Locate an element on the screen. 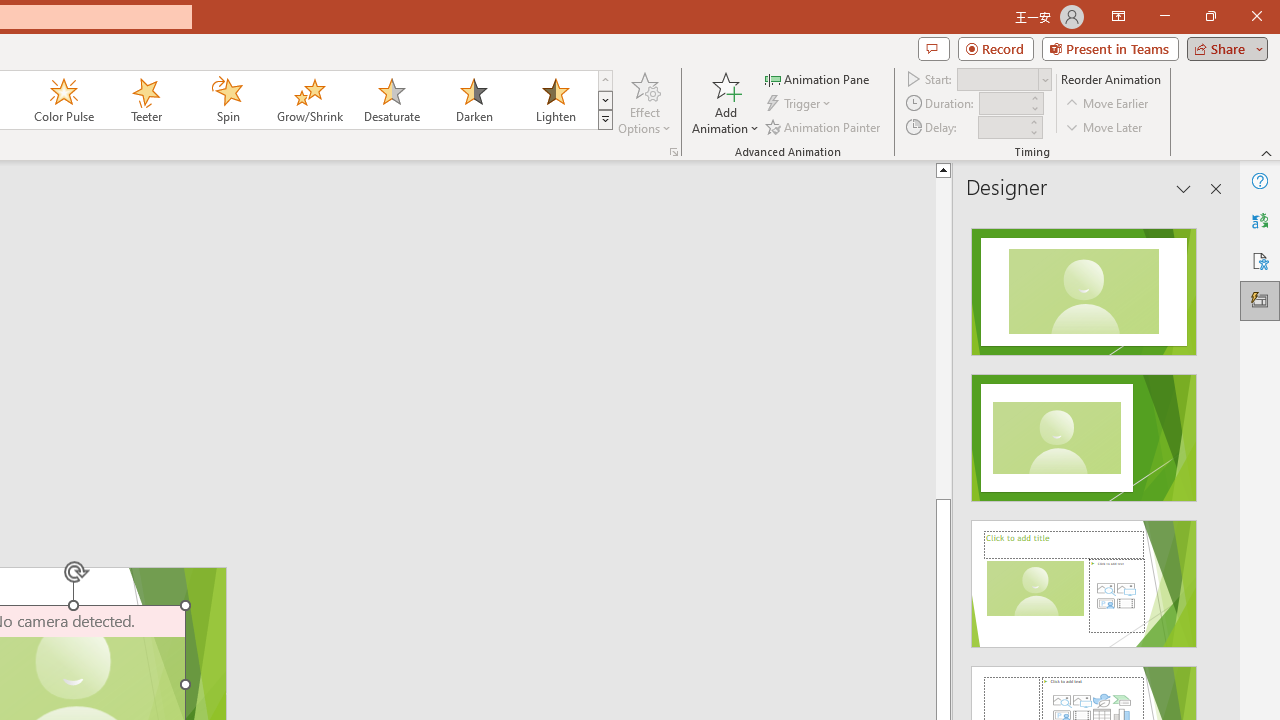  'Add Animation' is located at coordinates (724, 103).